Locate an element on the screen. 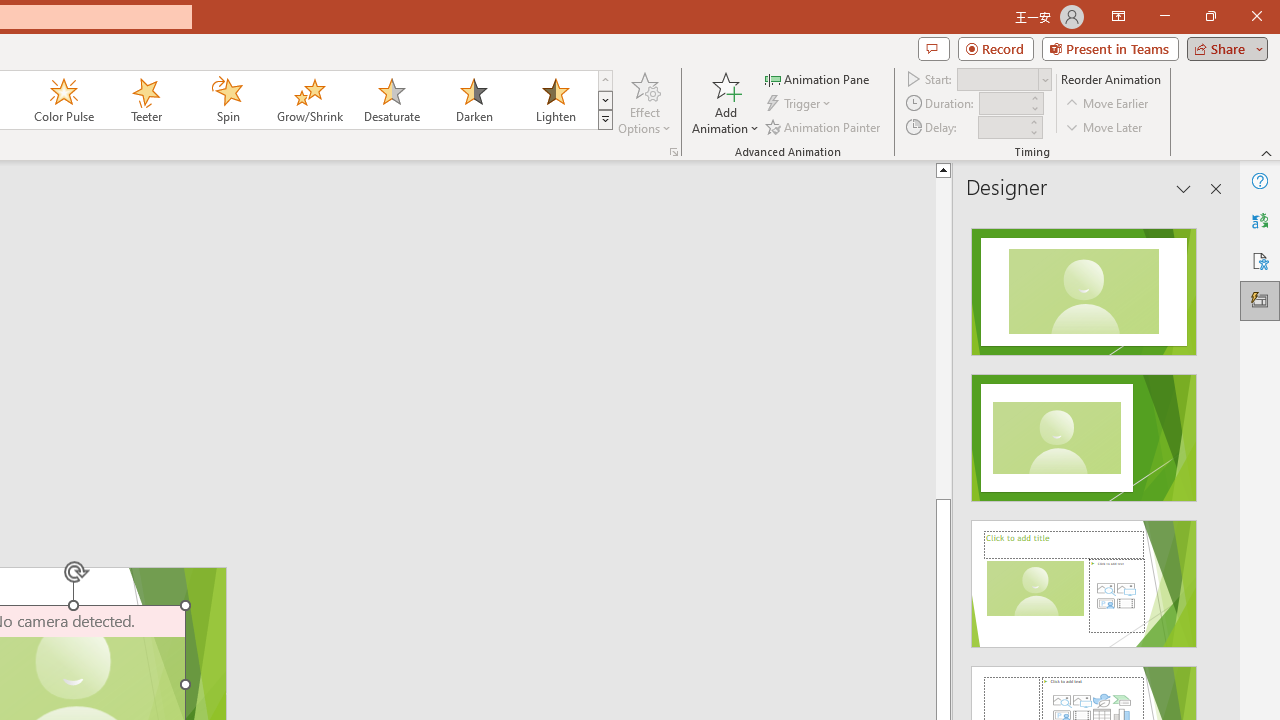  'Add Animation' is located at coordinates (724, 103).